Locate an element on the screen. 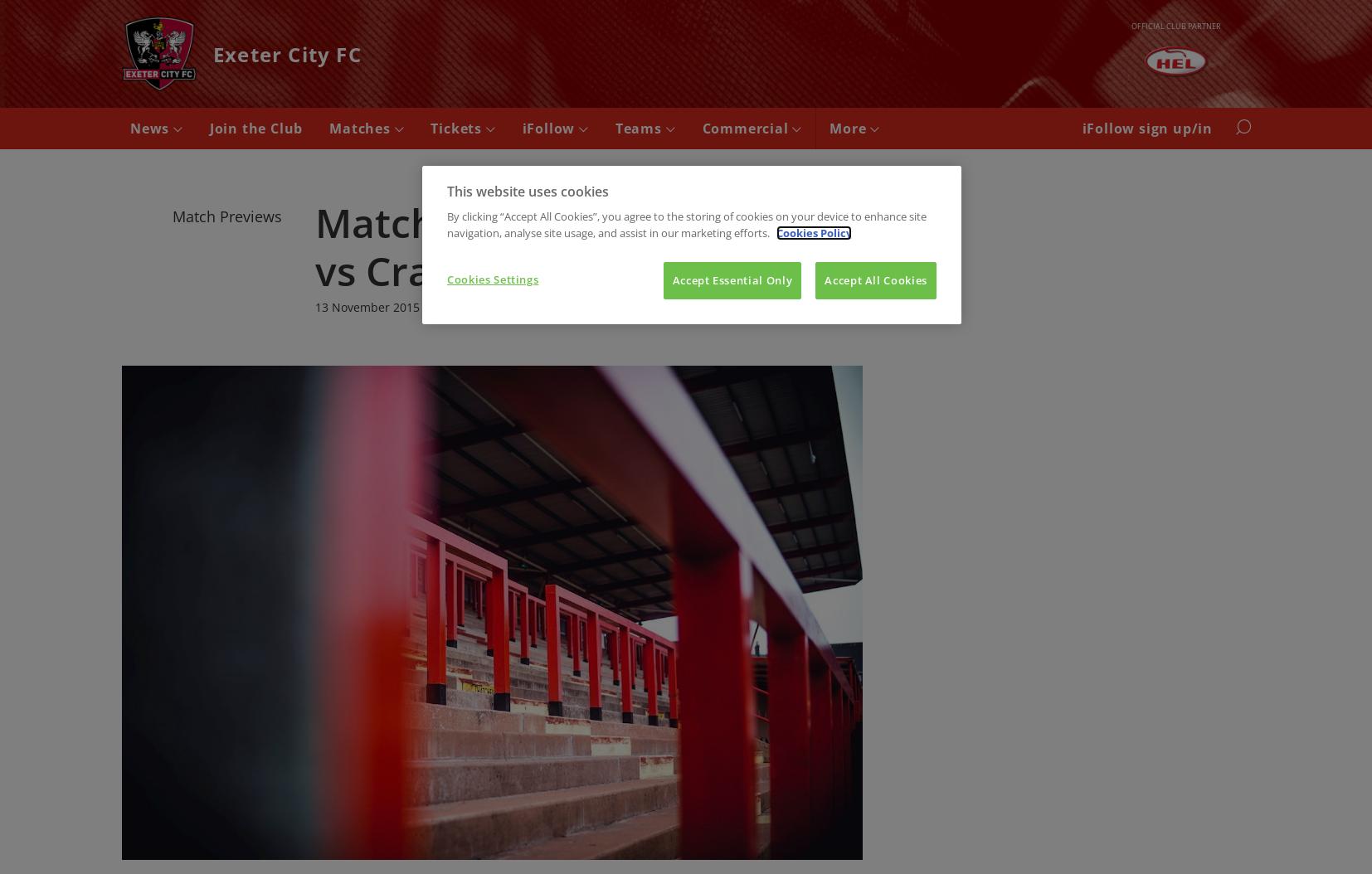 The image size is (1372, 874). '13 November 2015' is located at coordinates (367, 306).